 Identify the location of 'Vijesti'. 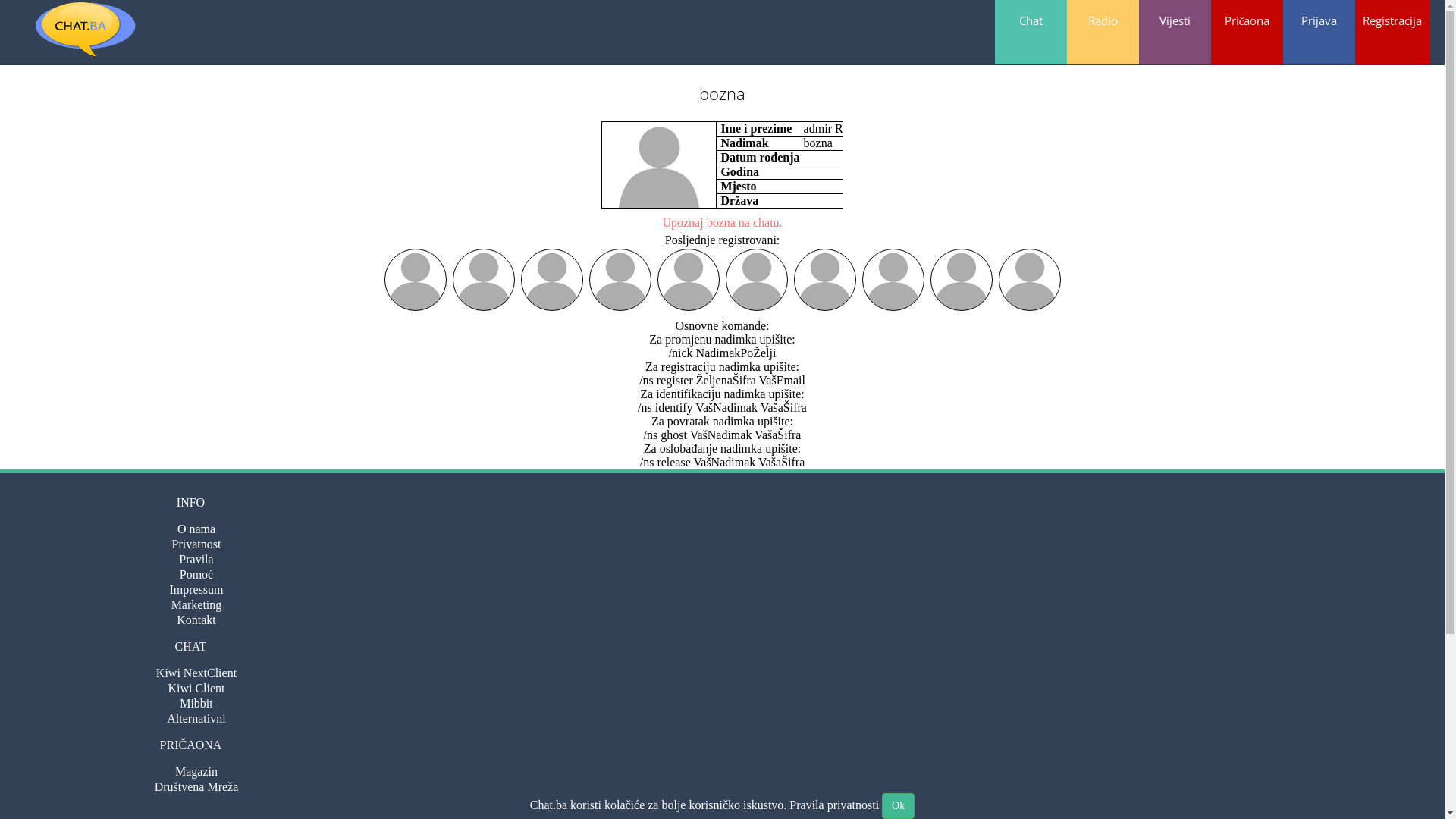
(1174, 32).